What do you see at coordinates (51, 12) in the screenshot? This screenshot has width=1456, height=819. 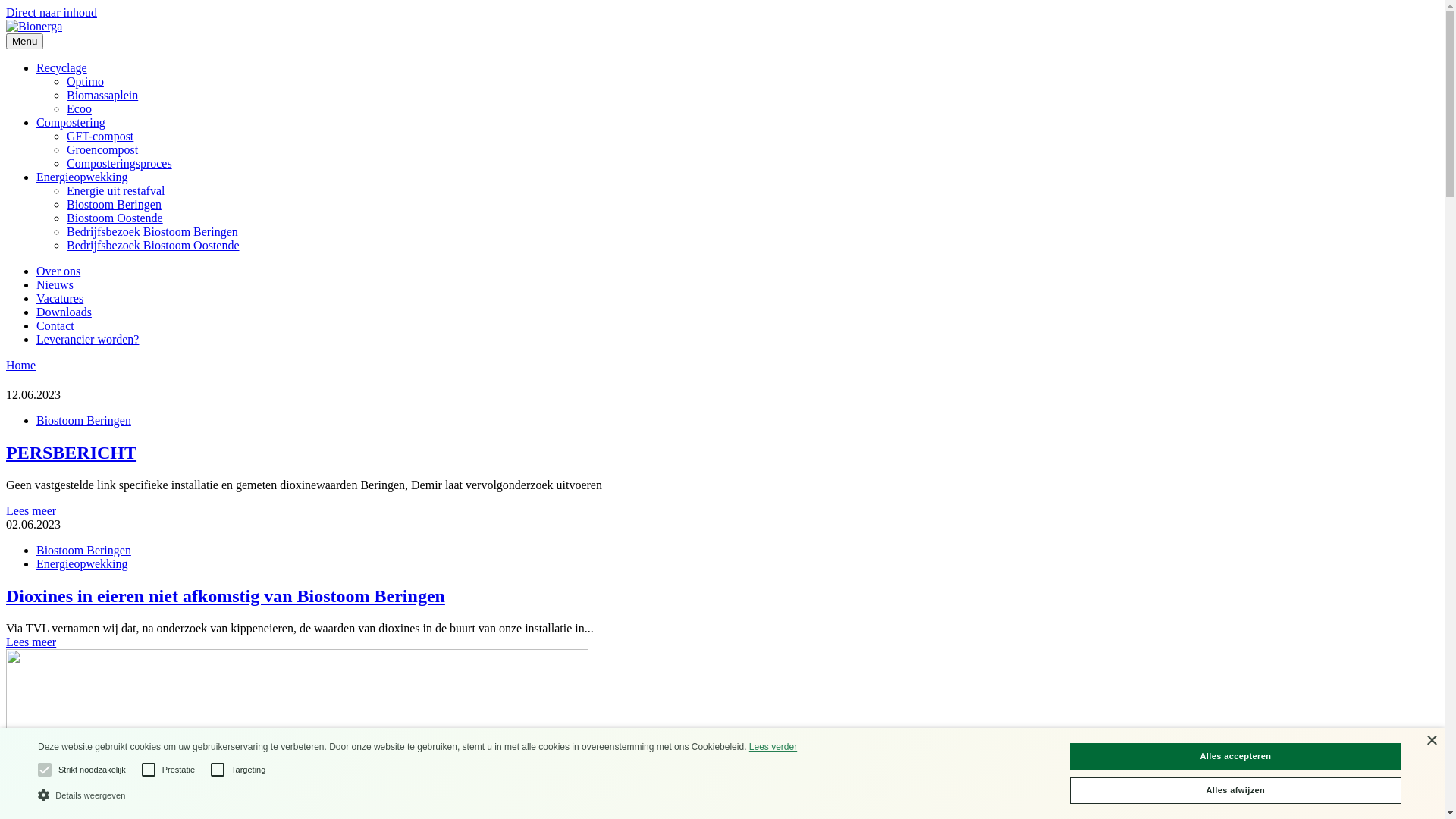 I see `'Direct naar inhoud'` at bounding box center [51, 12].